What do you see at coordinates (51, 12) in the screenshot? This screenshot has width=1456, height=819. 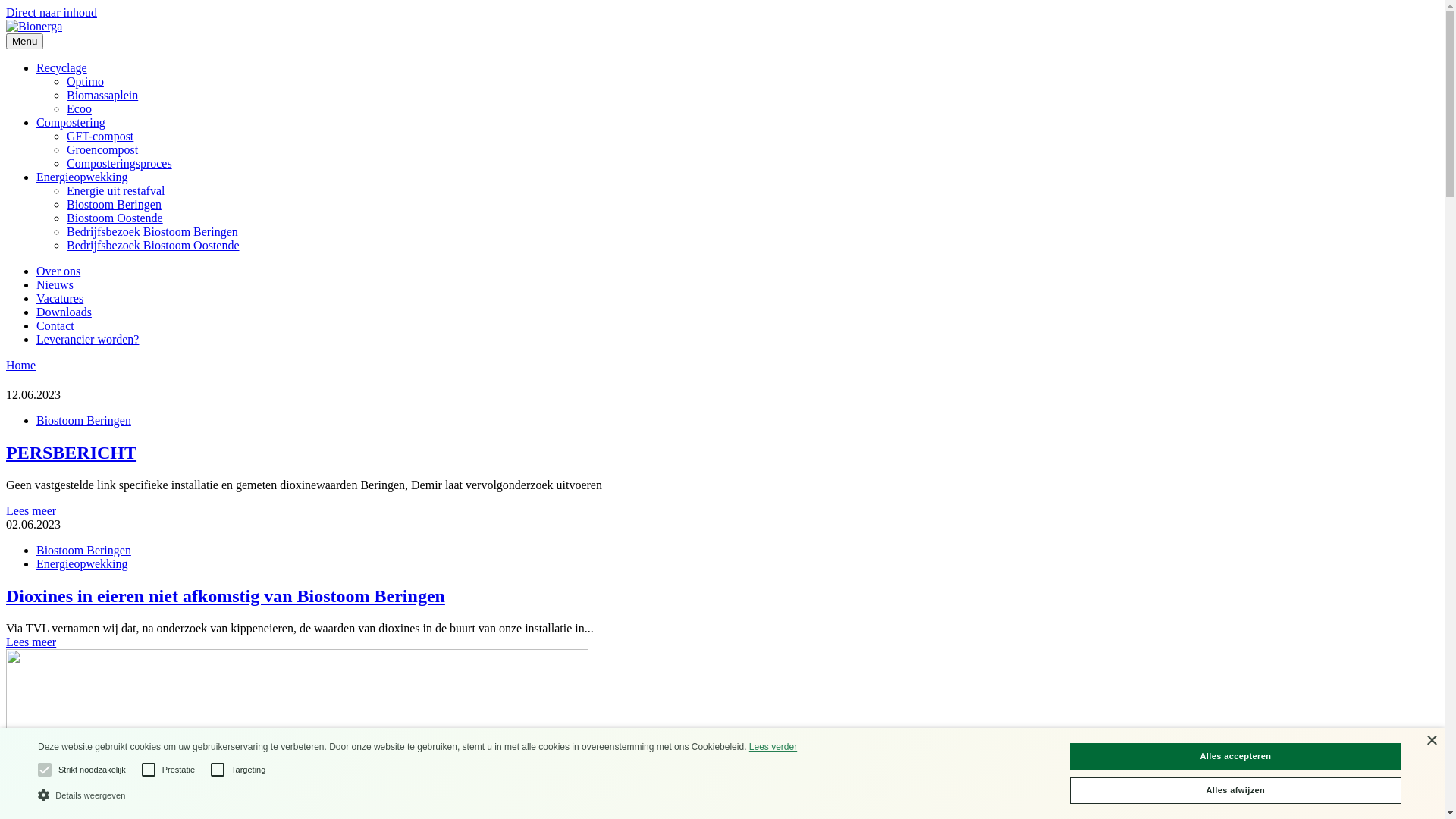 I see `'Direct naar inhoud'` at bounding box center [51, 12].